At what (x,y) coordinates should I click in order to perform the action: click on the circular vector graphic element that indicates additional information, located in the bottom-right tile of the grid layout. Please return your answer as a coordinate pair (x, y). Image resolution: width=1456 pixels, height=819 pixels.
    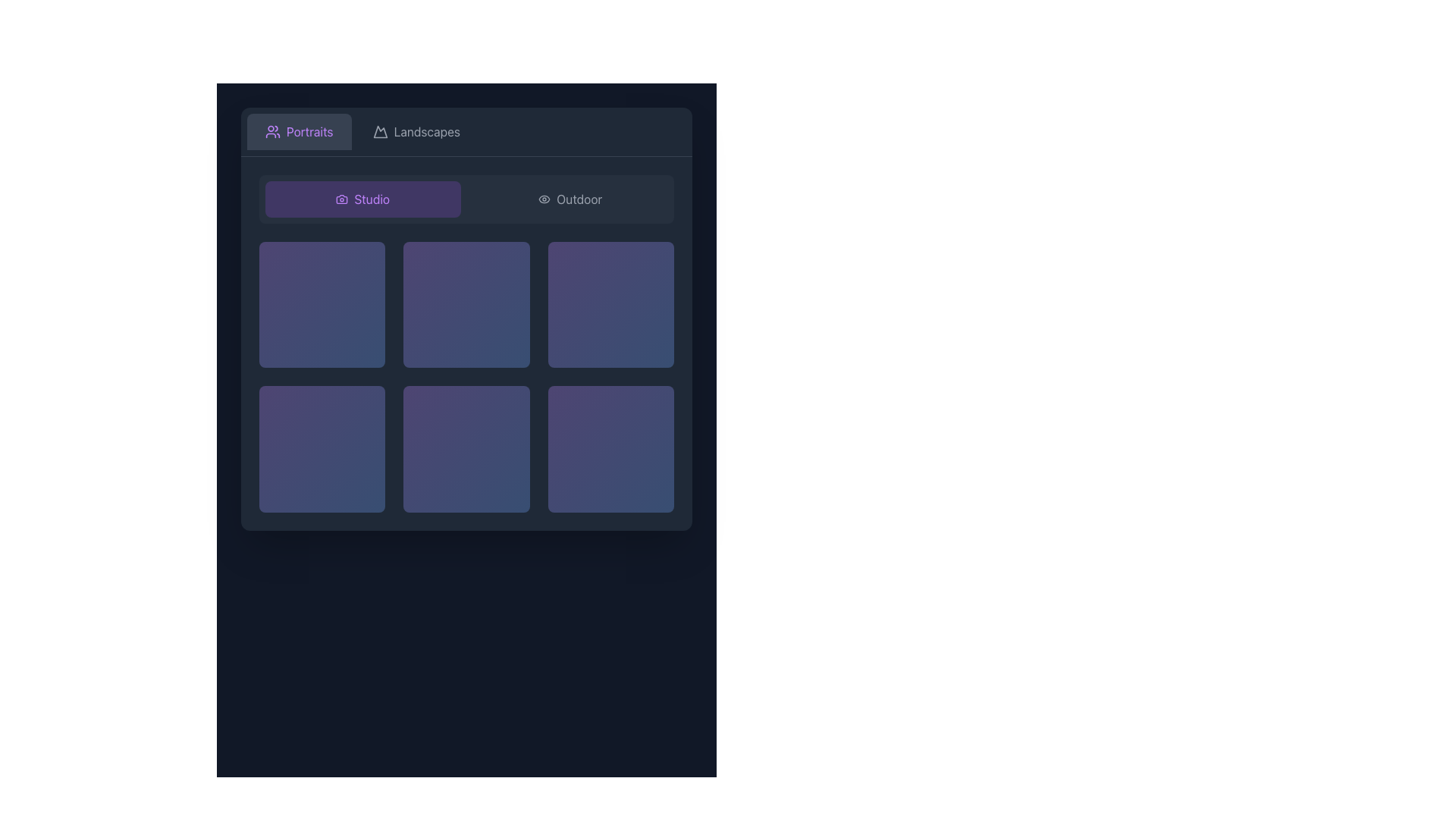
    Looking at the image, I should click on (654, 492).